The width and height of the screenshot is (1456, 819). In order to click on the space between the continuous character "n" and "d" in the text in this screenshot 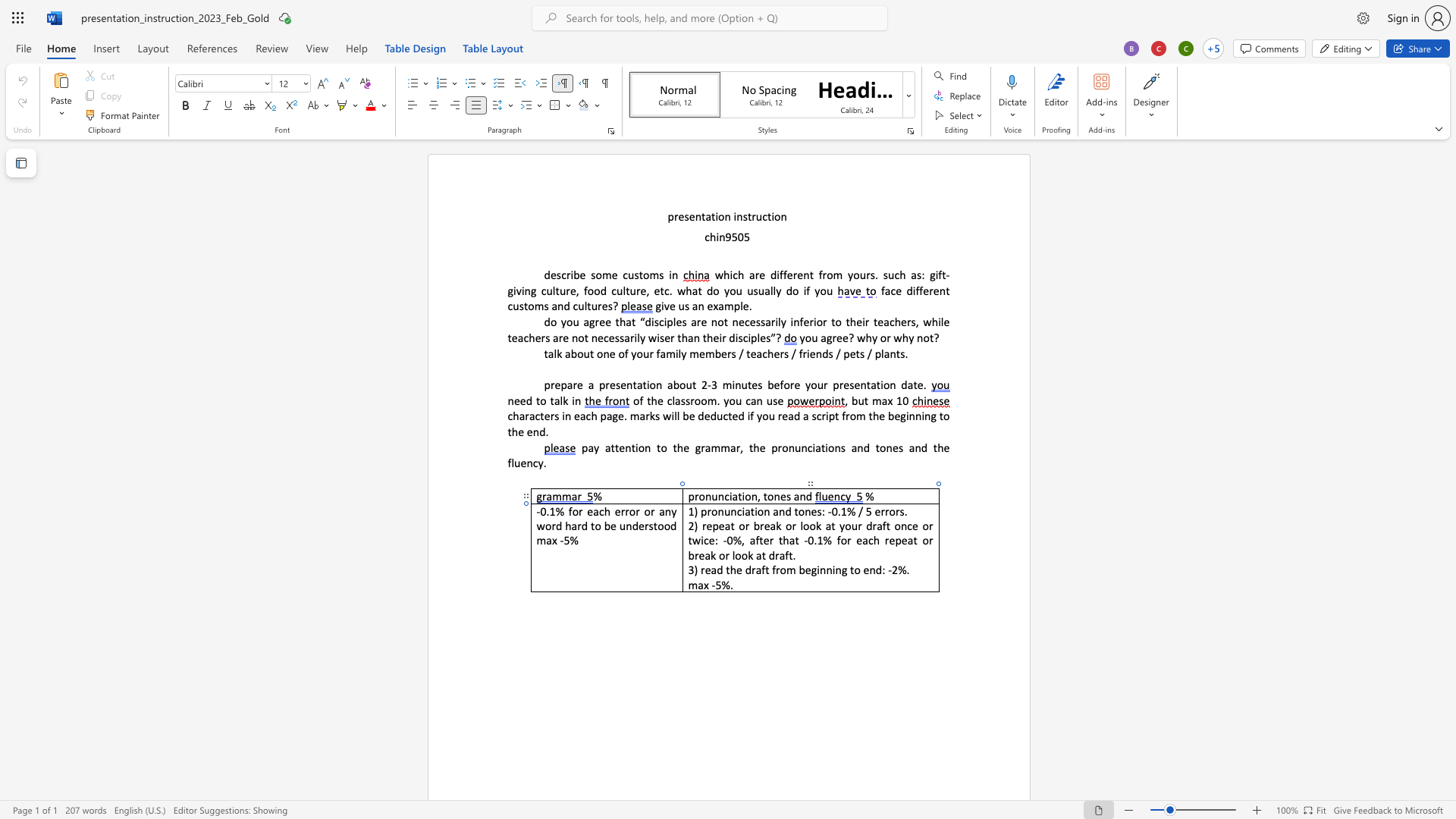, I will do `click(785, 511)`.